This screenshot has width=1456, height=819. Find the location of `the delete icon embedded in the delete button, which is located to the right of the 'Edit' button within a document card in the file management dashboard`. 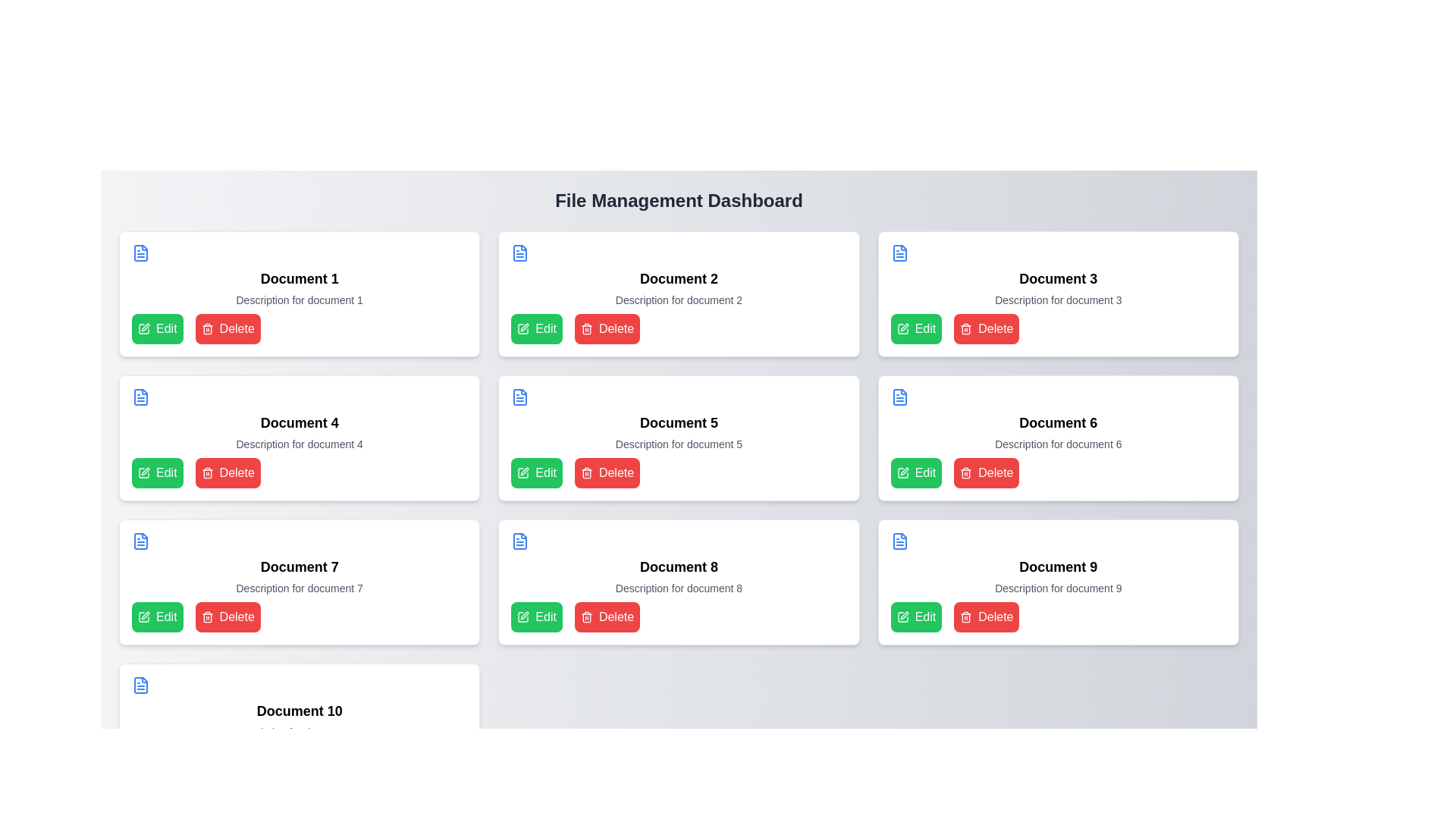

the delete icon embedded in the delete button, which is located to the right of the 'Edit' button within a document card in the file management dashboard is located at coordinates (585, 617).